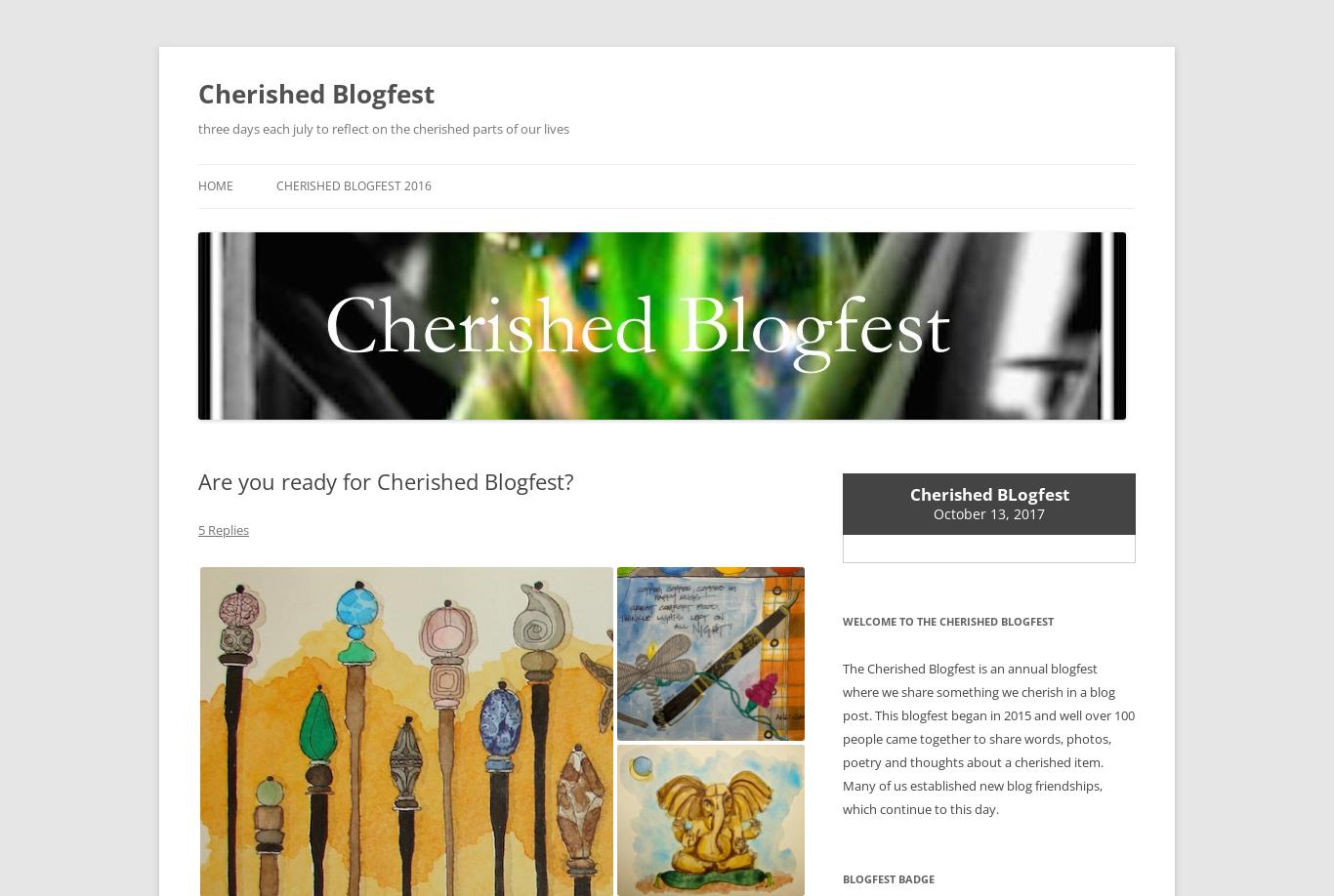 This screenshot has width=1334, height=896. What do you see at coordinates (947, 620) in the screenshot?
I see `'Welcome to the Cherished Blogfest'` at bounding box center [947, 620].